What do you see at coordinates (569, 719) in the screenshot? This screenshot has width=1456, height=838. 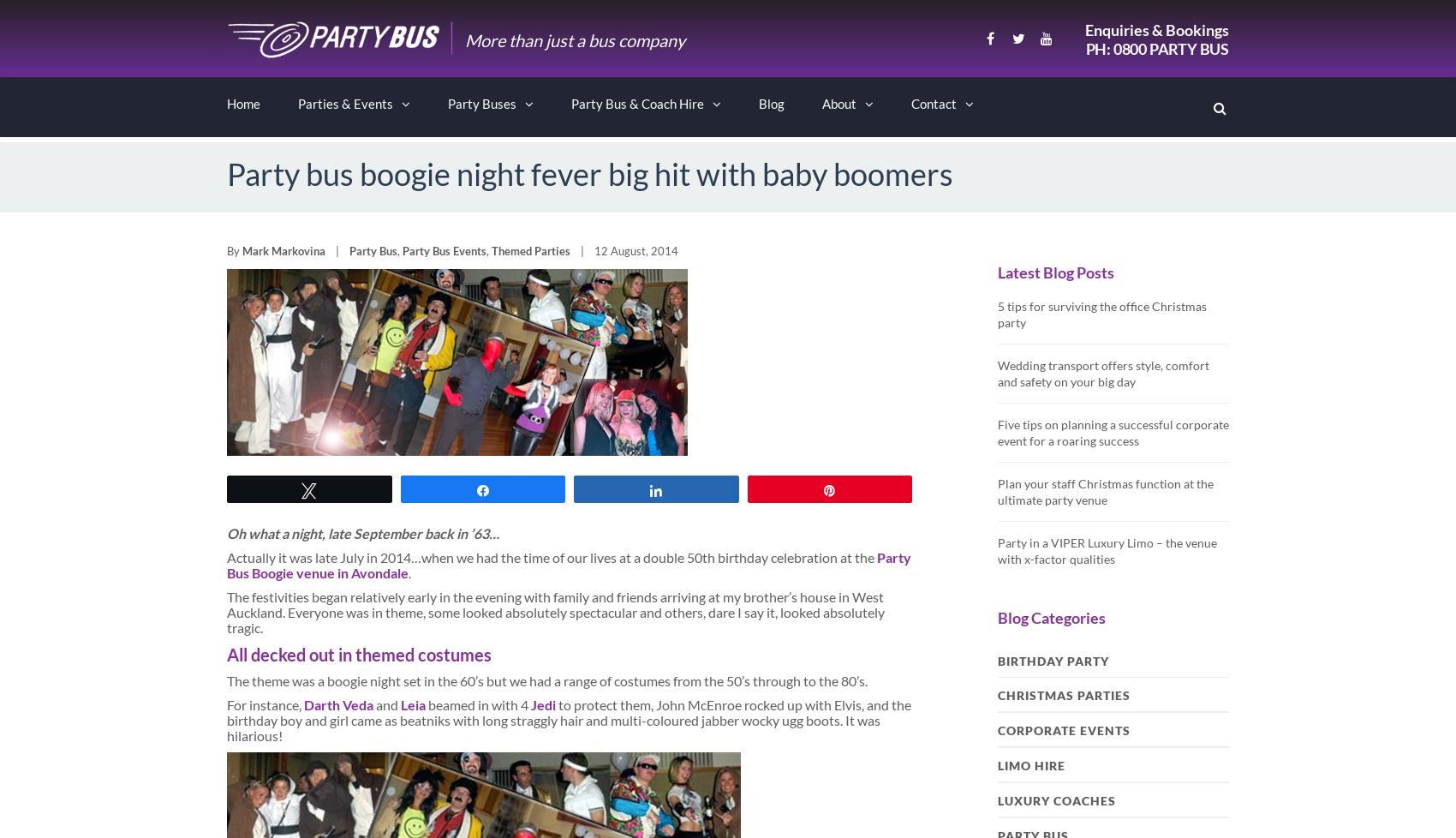 I see `'to protect them, John McEnroe rocked up with Elvis, and the birthday boy and girl came as beatniks with long straggly hair and multi-coloured jabber wocky ugg boots. It was hilarious!'` at bounding box center [569, 719].